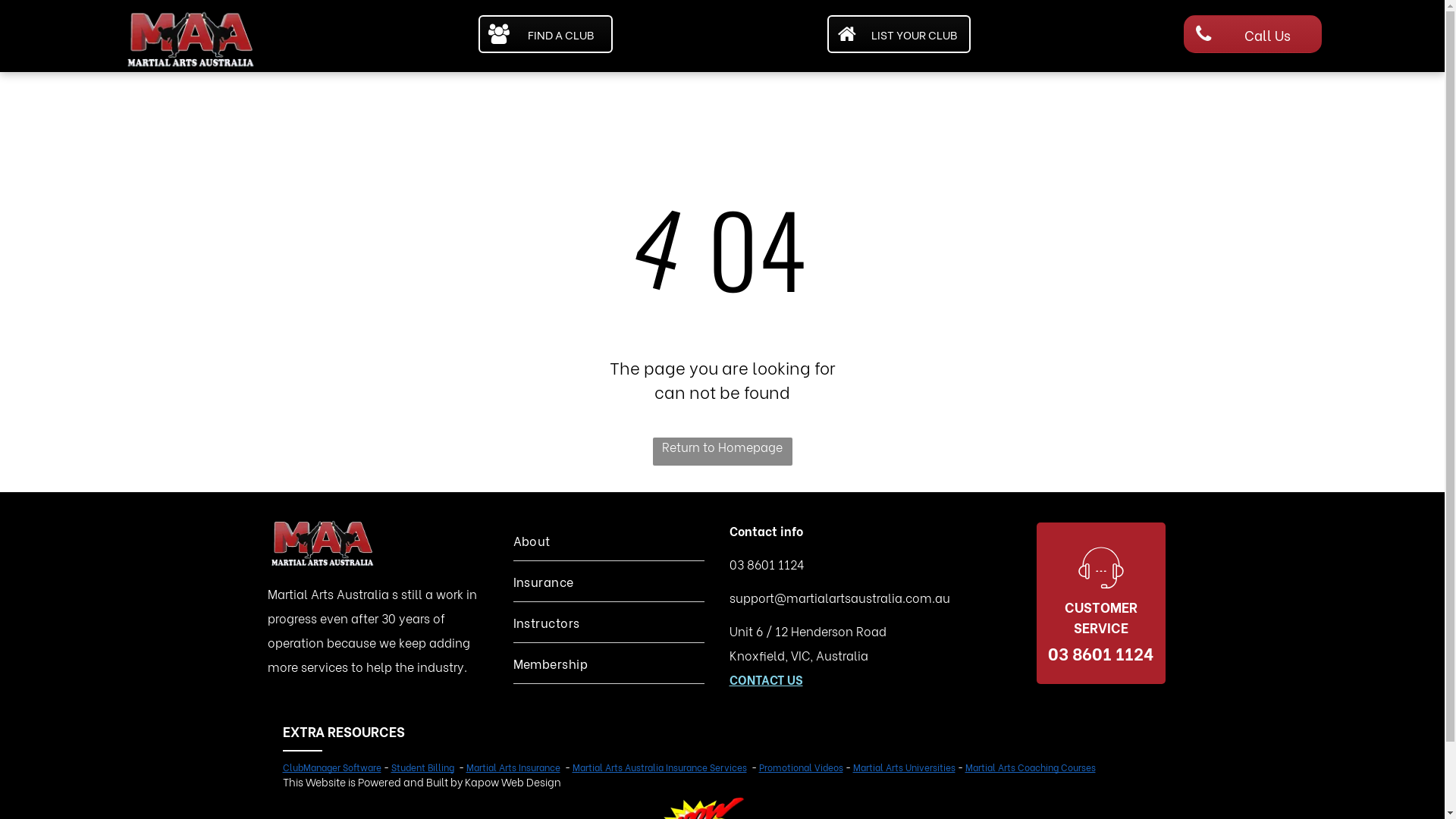 The image size is (1456, 819). What do you see at coordinates (330, 767) in the screenshot?
I see `'ClubManager Software'` at bounding box center [330, 767].